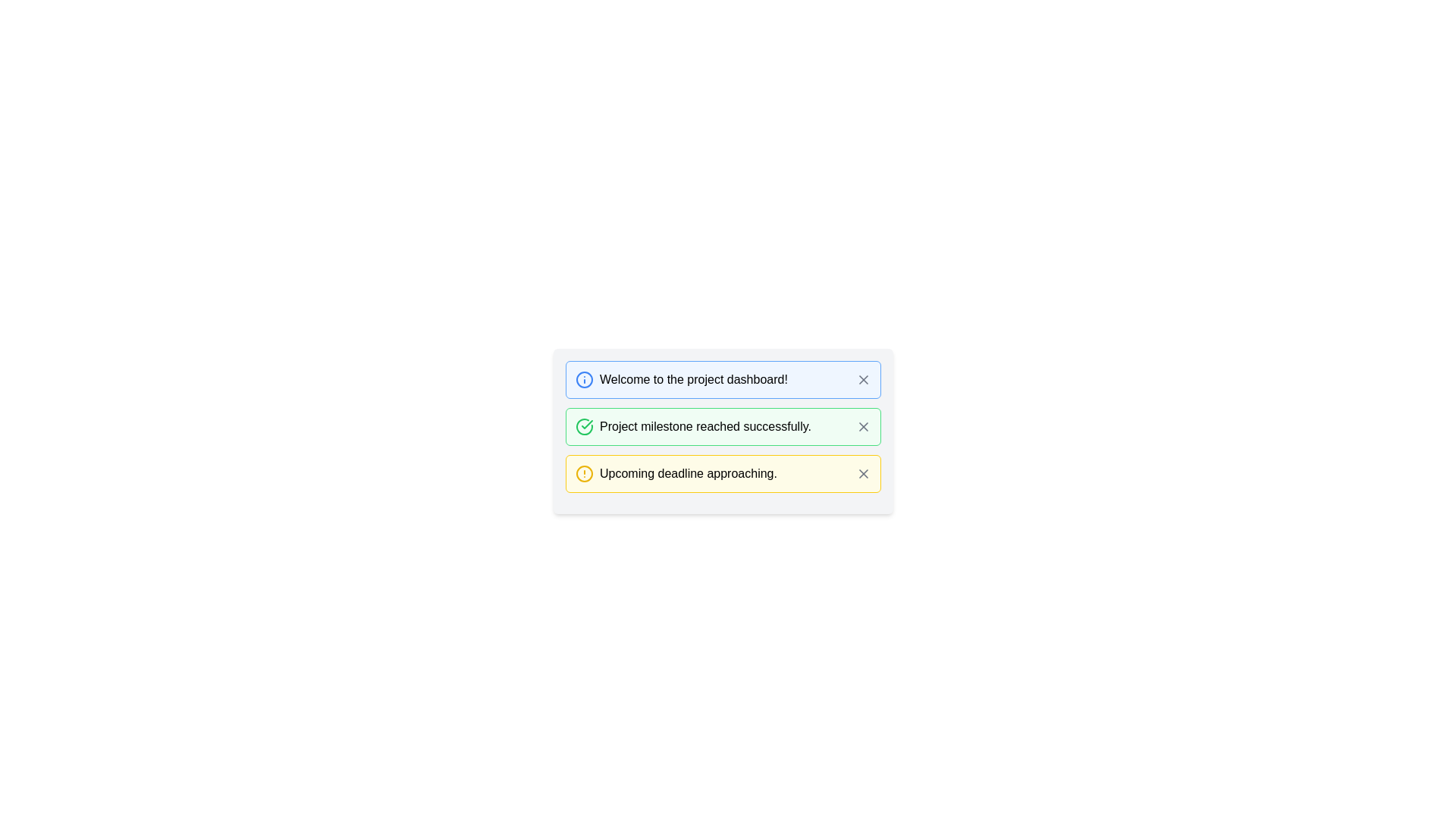  Describe the element at coordinates (584, 379) in the screenshot. I see `the Decorative icon that serves as a visual cue indicating supplementary information, located to the immediate left of the text 'Welcome to the project dashboard!'` at that location.